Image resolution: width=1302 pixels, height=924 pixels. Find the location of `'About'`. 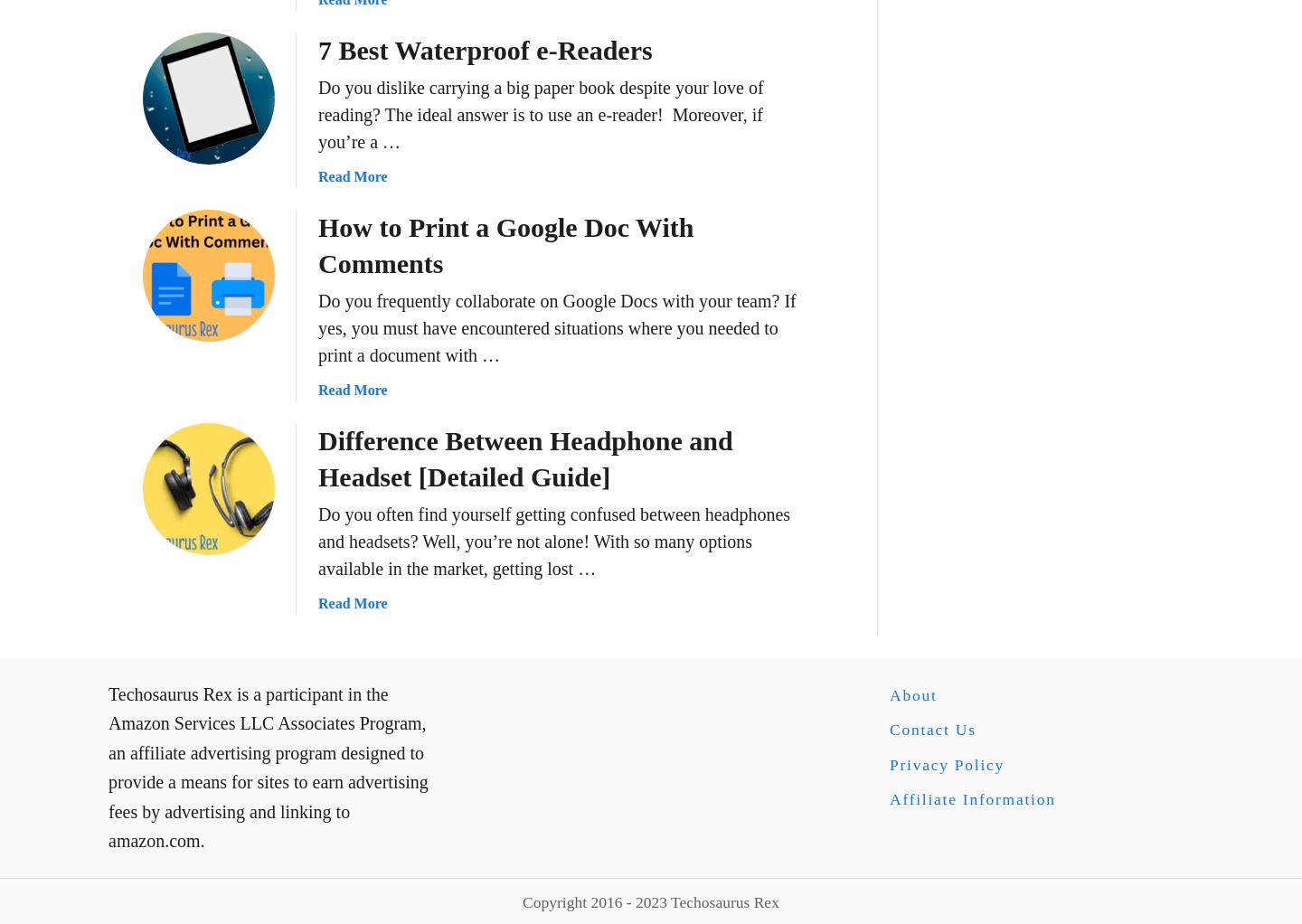

'About' is located at coordinates (912, 694).